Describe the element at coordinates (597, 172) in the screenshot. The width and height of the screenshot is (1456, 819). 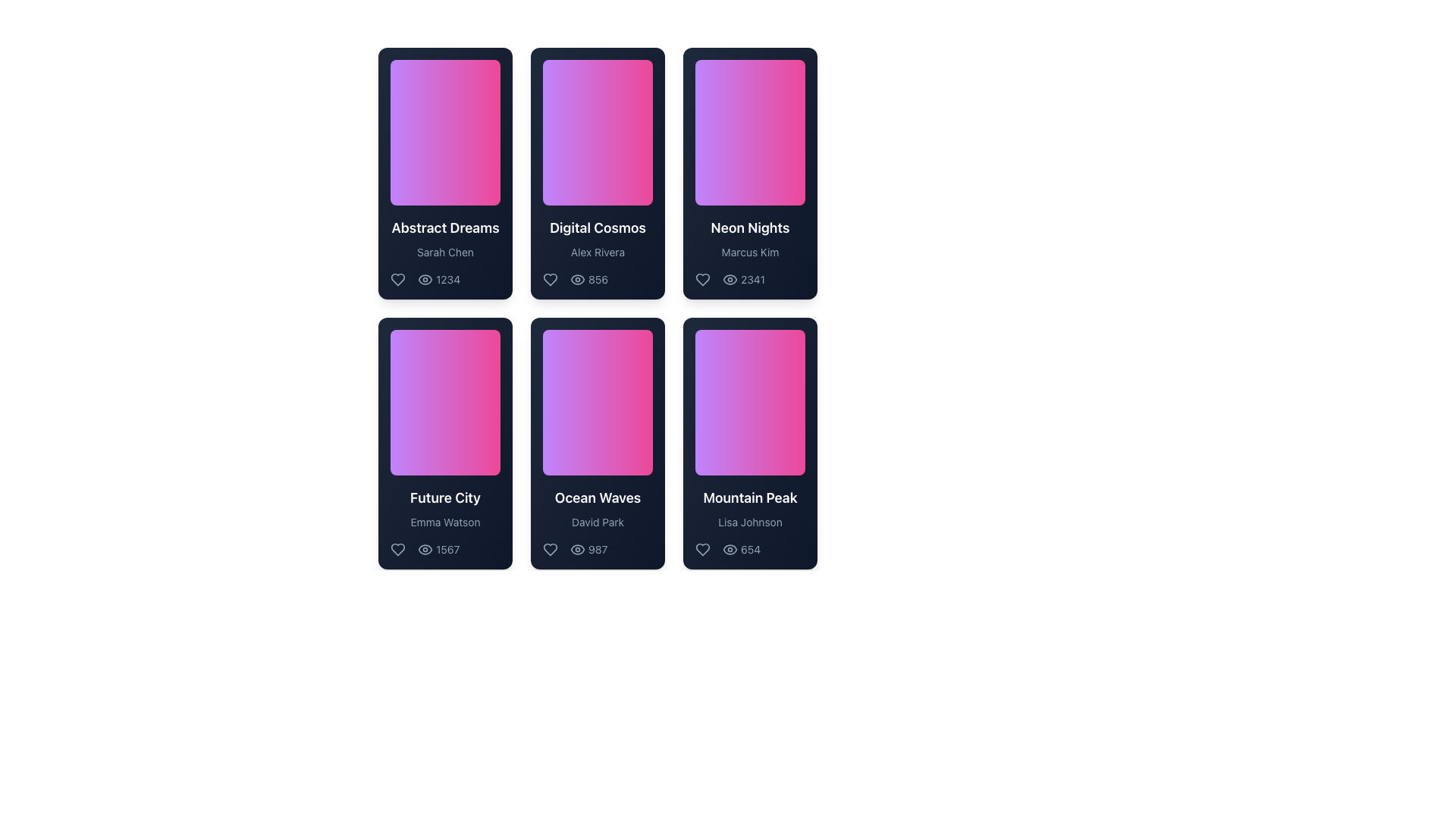
I see `to interact with the display card located in the second position of the top row, between the 'Abstract Dreams' and 'Neon Nights' panels` at that location.